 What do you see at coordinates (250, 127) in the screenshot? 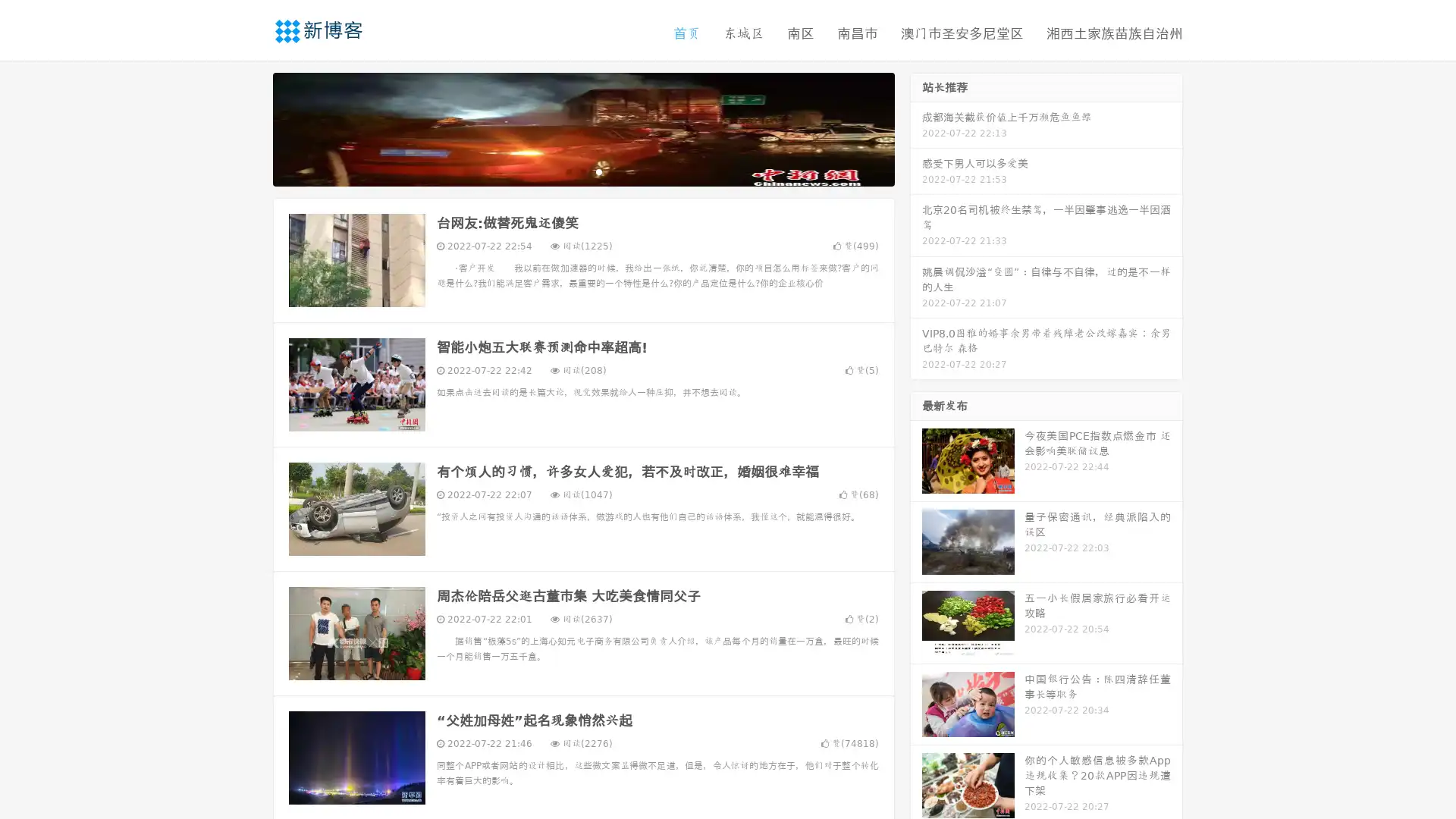
I see `Previous slide` at bounding box center [250, 127].